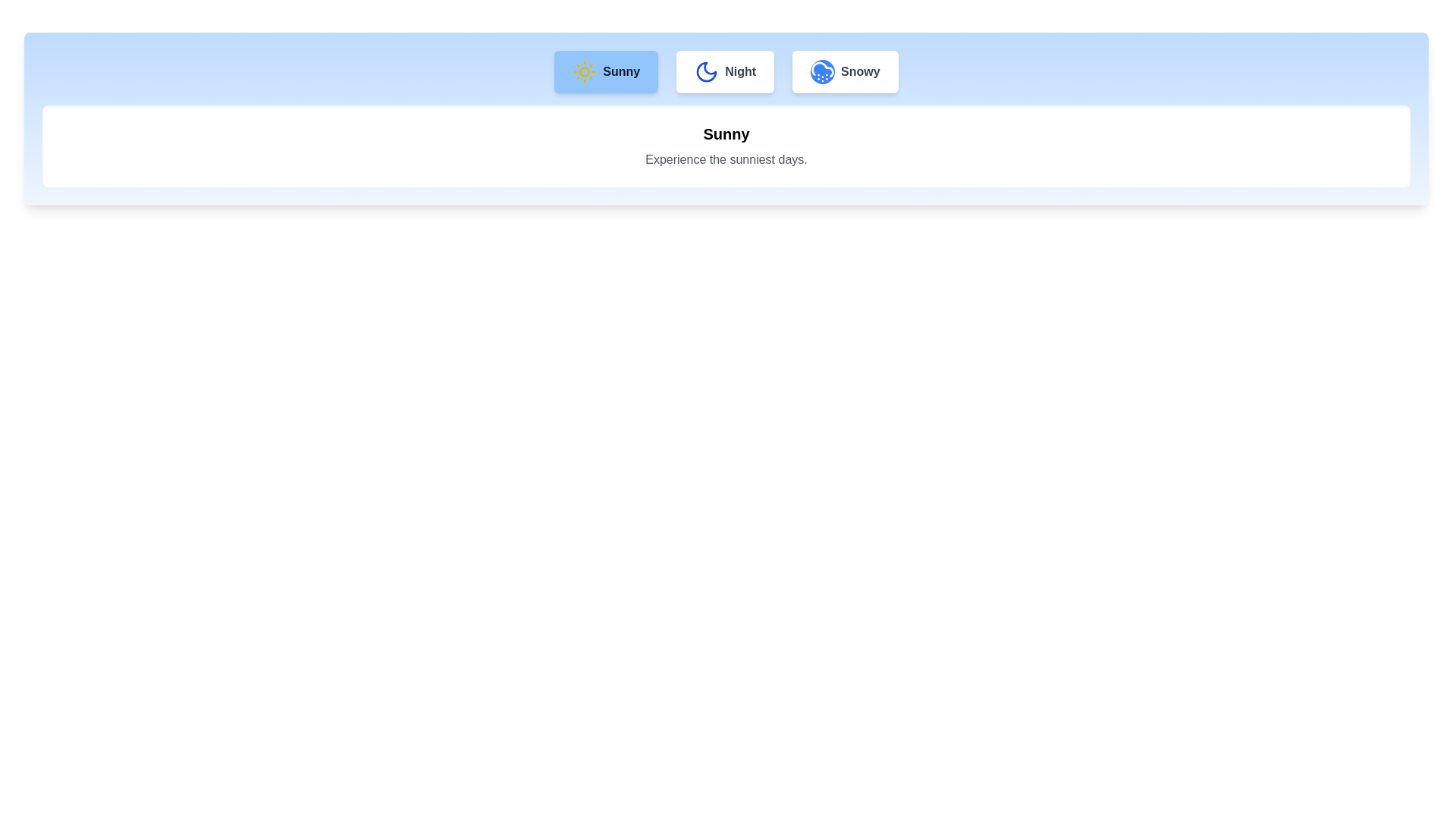 Image resolution: width=1456 pixels, height=819 pixels. What do you see at coordinates (844, 72) in the screenshot?
I see `the weather tab Snowy to view its details` at bounding box center [844, 72].